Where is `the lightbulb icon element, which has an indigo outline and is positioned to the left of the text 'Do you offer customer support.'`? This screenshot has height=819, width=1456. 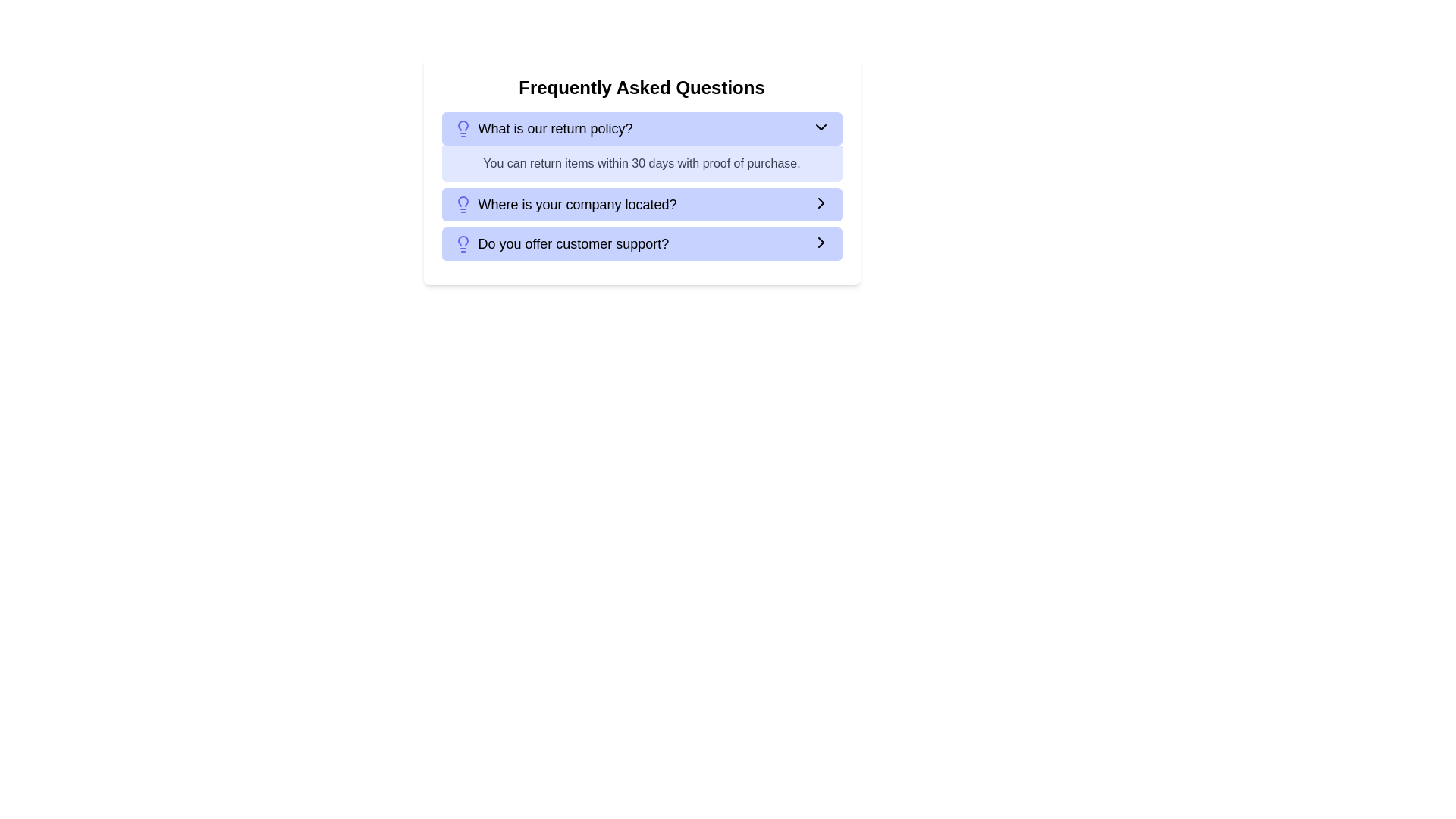
the lightbulb icon element, which has an indigo outline and is positioned to the left of the text 'Do you offer customer support.' is located at coordinates (462, 243).